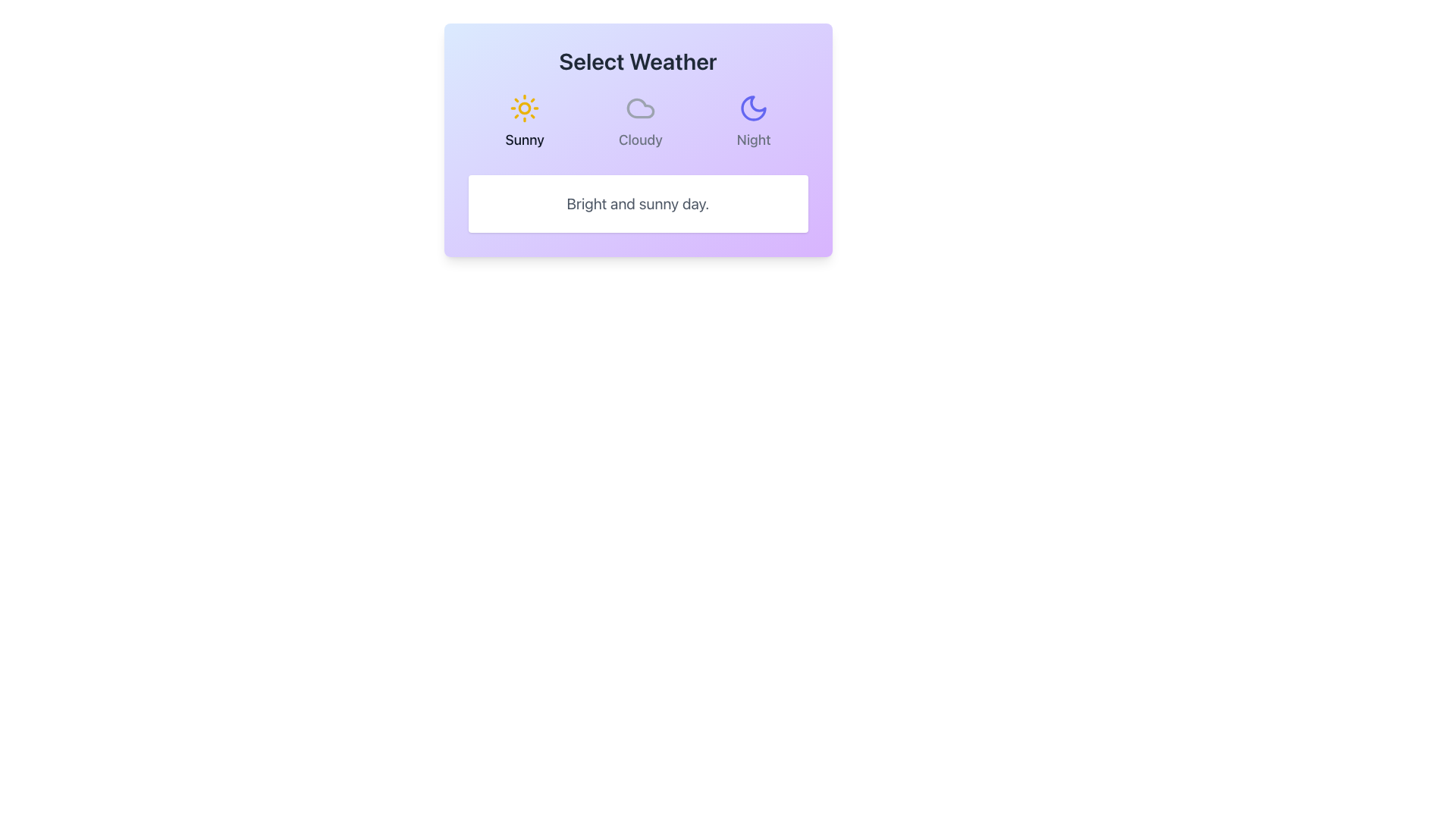 This screenshot has height=819, width=1456. What do you see at coordinates (525, 121) in the screenshot?
I see `the 'Sunny' weather selection button` at bounding box center [525, 121].